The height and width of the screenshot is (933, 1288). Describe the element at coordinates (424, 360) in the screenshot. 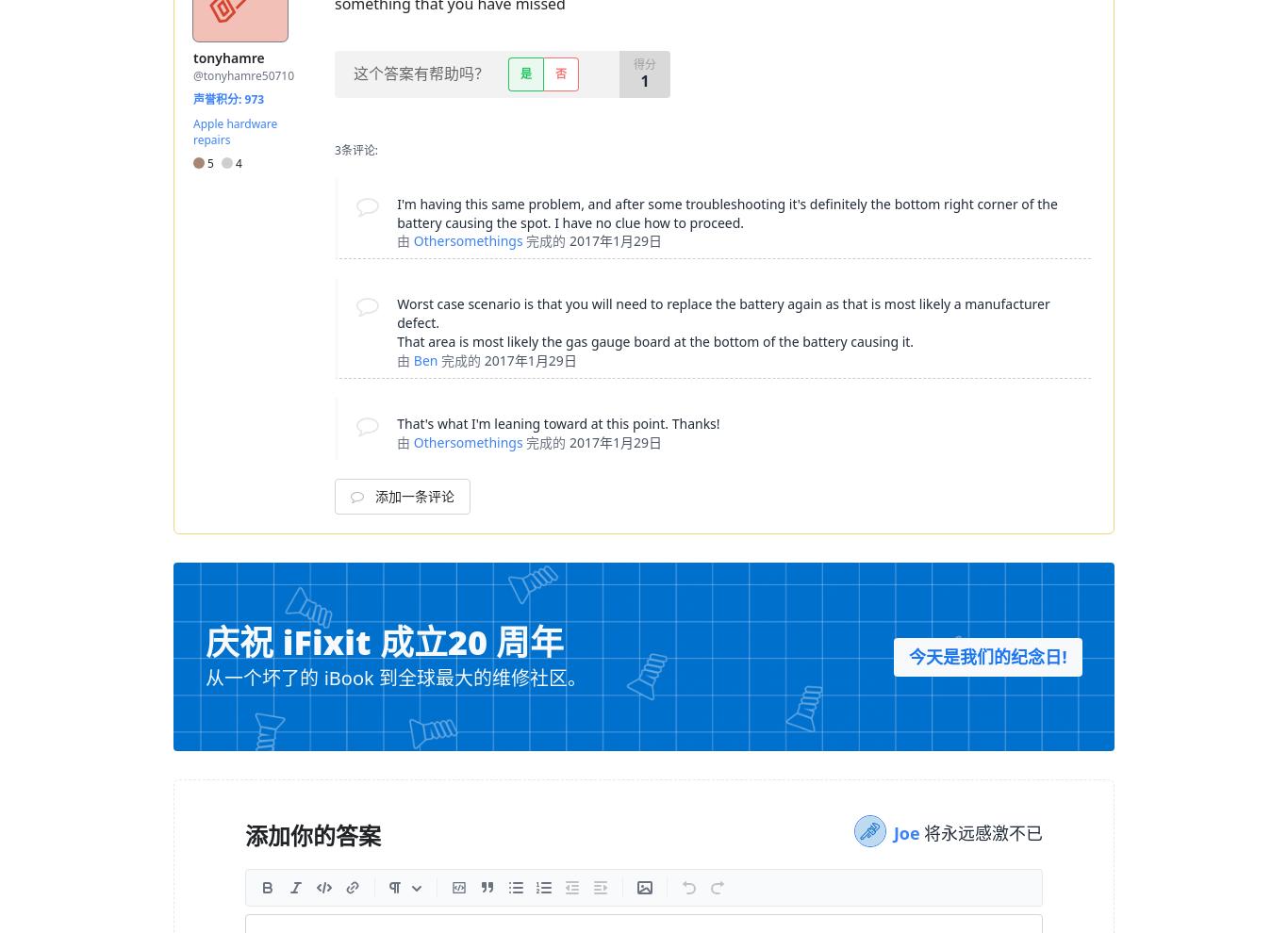

I see `'Ben'` at that location.